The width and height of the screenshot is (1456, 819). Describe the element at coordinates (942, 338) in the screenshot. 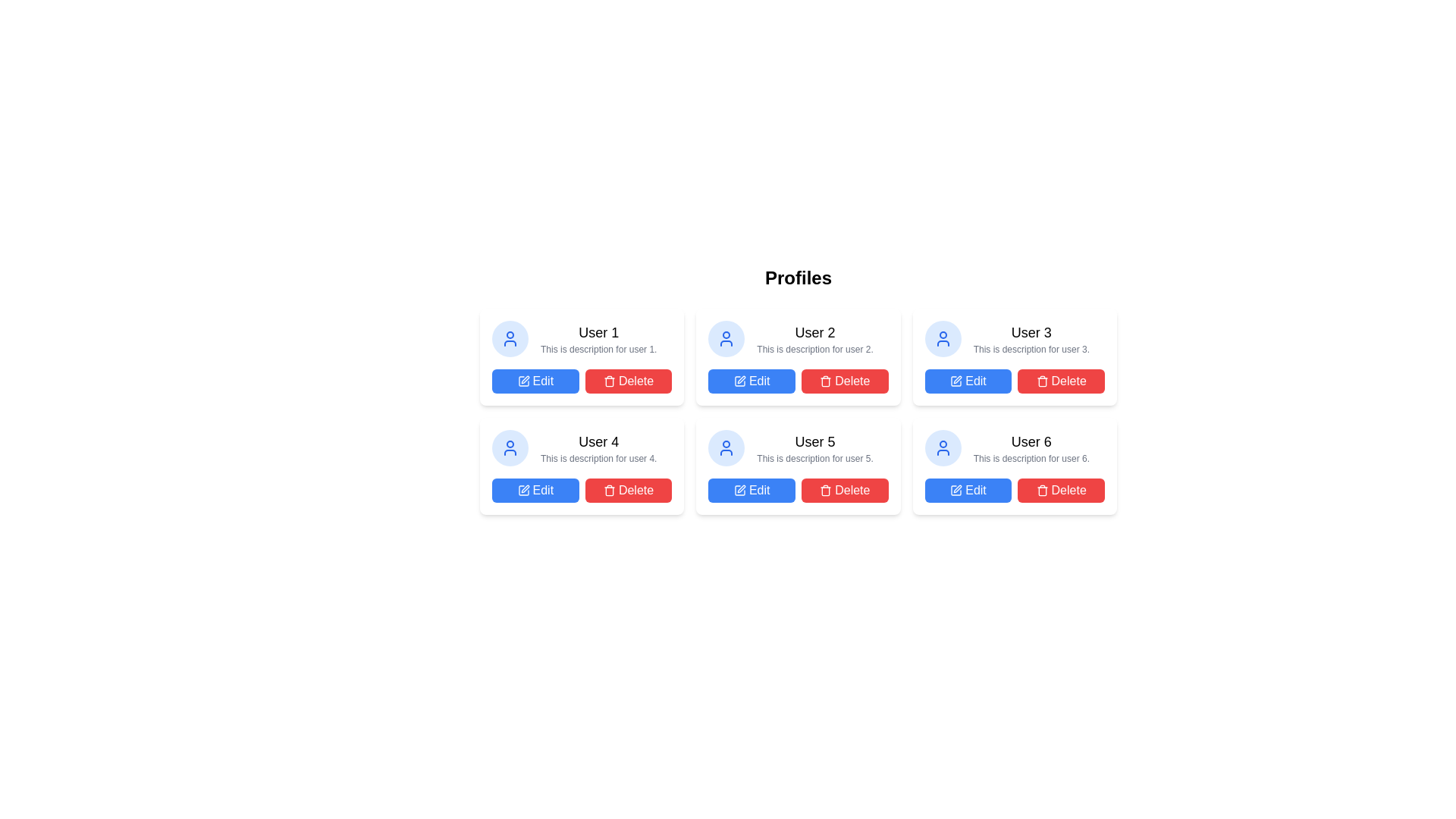

I see `the user entity icon located within a circular blue-tinted background in the user profile card, which is the second card from the left in the first row` at that location.